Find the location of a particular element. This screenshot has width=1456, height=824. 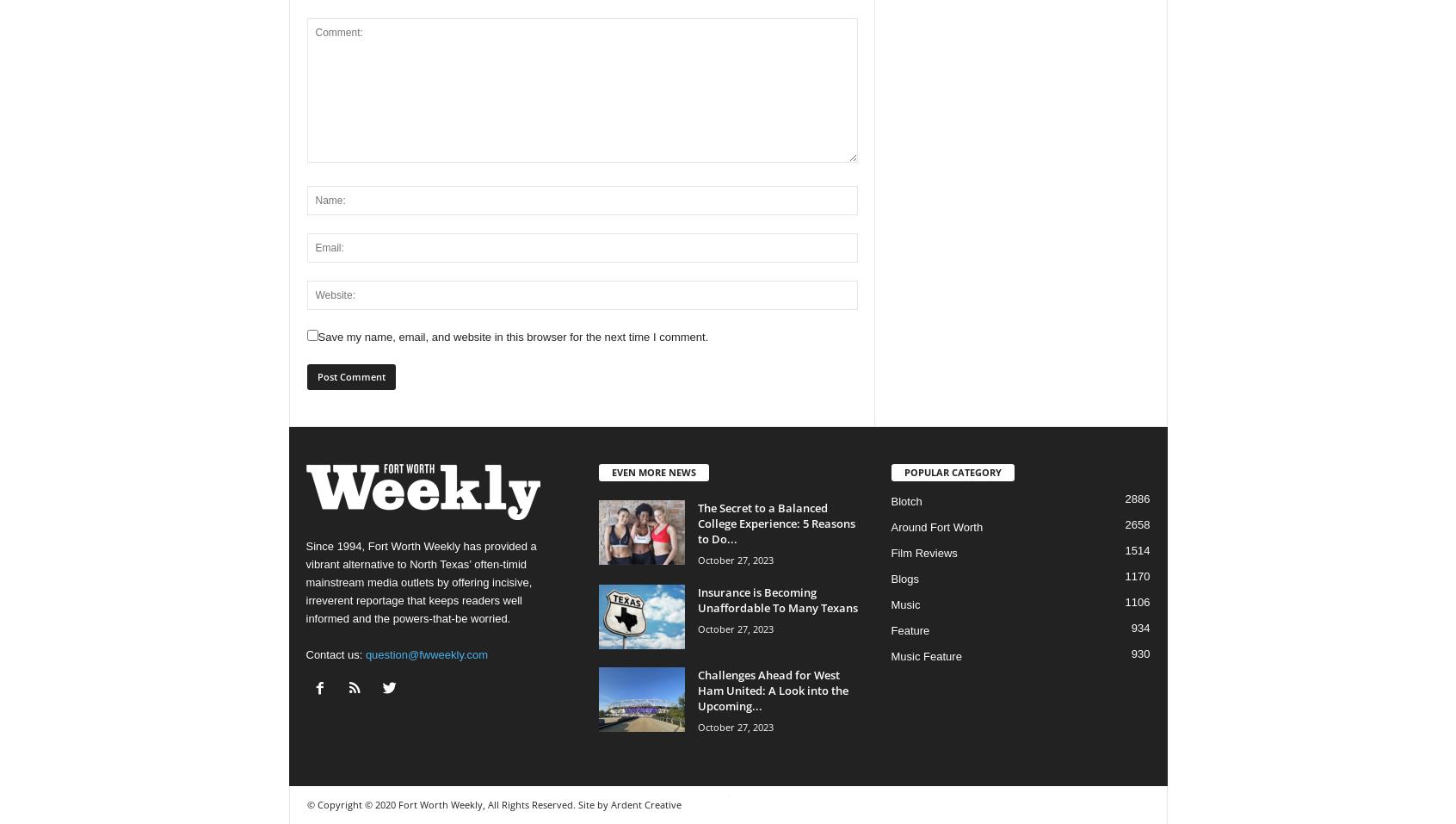

'Insurance is Becoming Unaffordable To Many Texans' is located at coordinates (776, 599).